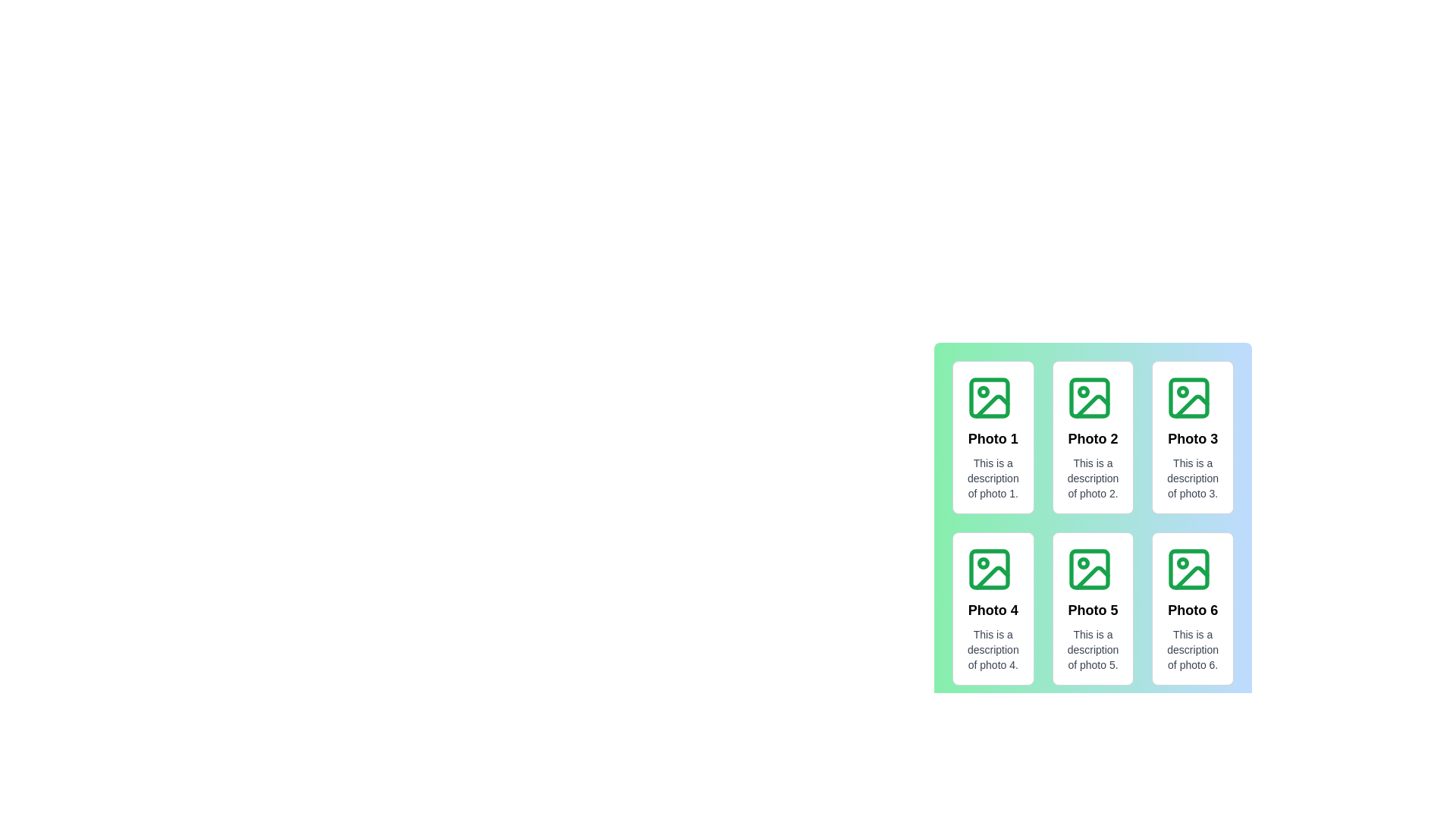 The height and width of the screenshot is (819, 1456). Describe the element at coordinates (1093, 607) in the screenshot. I see `the photo with title Photo 5 to view the visual effects` at that location.